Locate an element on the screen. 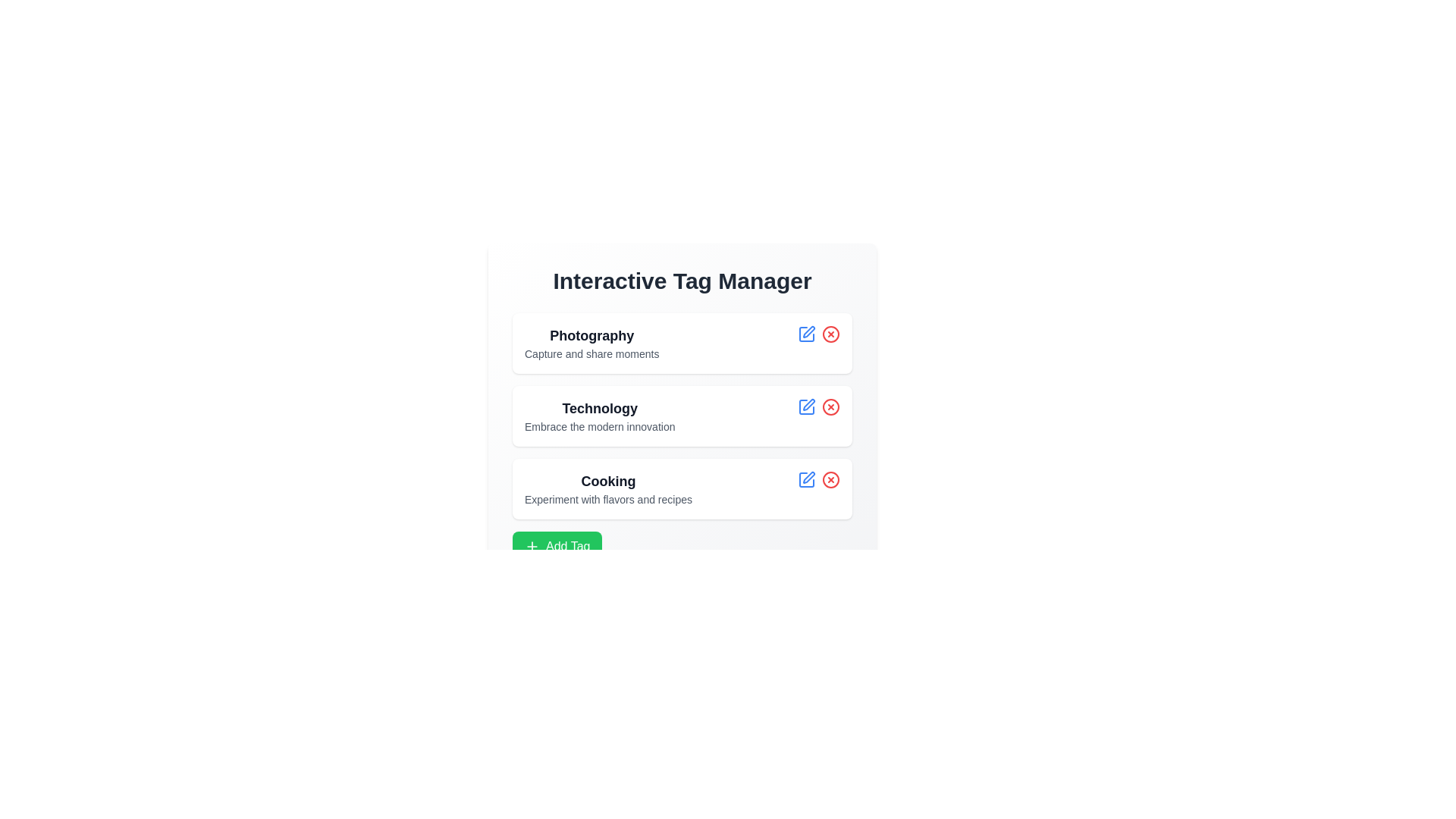 The width and height of the screenshot is (1456, 819). the Text label titled 'Photography', which provides a description 'Capture and share moments' in the first section of the vertical list under 'Interactive Tag Manager' is located at coordinates (591, 343).